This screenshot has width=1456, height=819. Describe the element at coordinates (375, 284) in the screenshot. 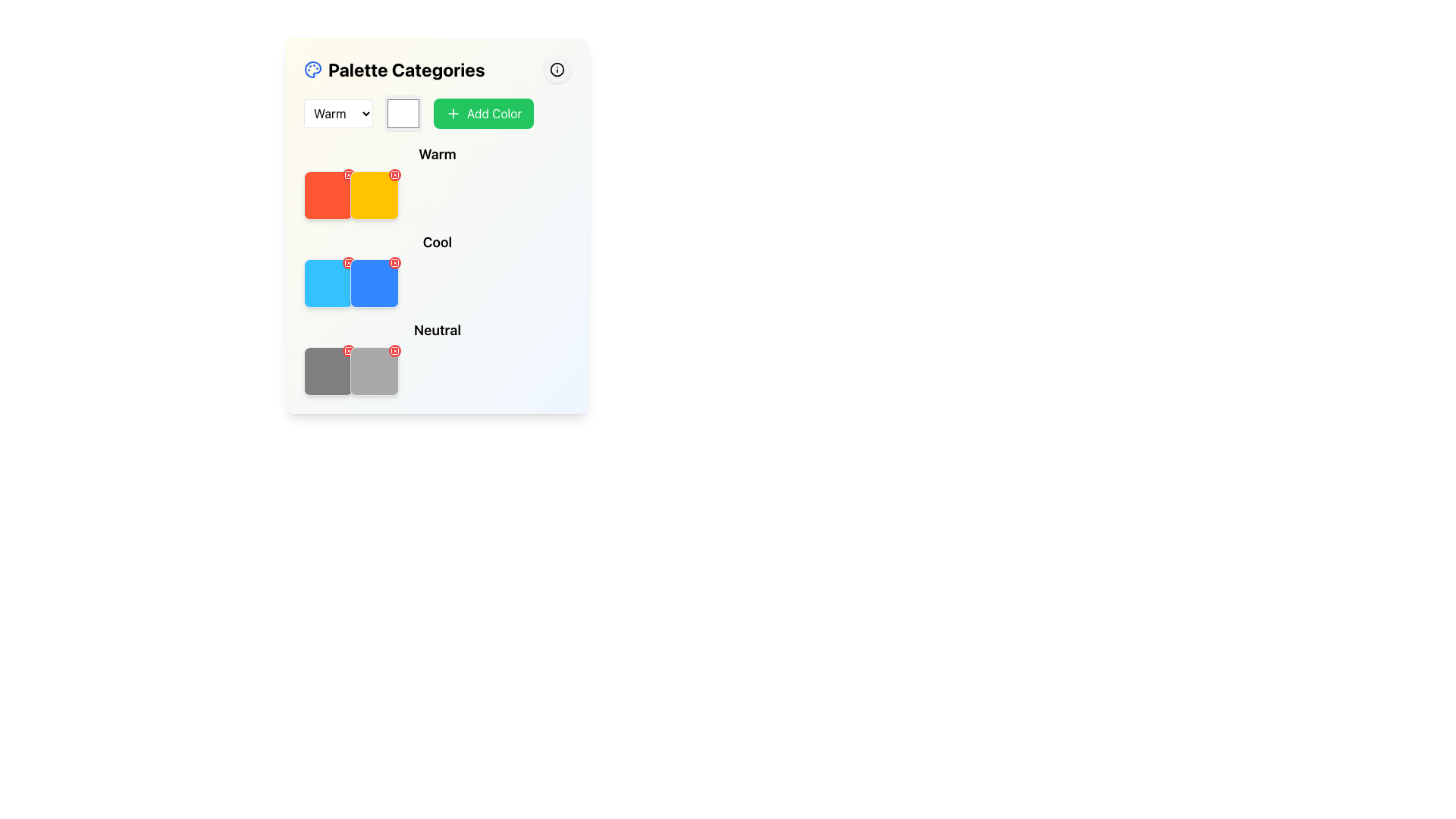

I see `the vivid blue square-shaped button with rounded corners that is the second button from the left in the 'Cool' group` at that location.